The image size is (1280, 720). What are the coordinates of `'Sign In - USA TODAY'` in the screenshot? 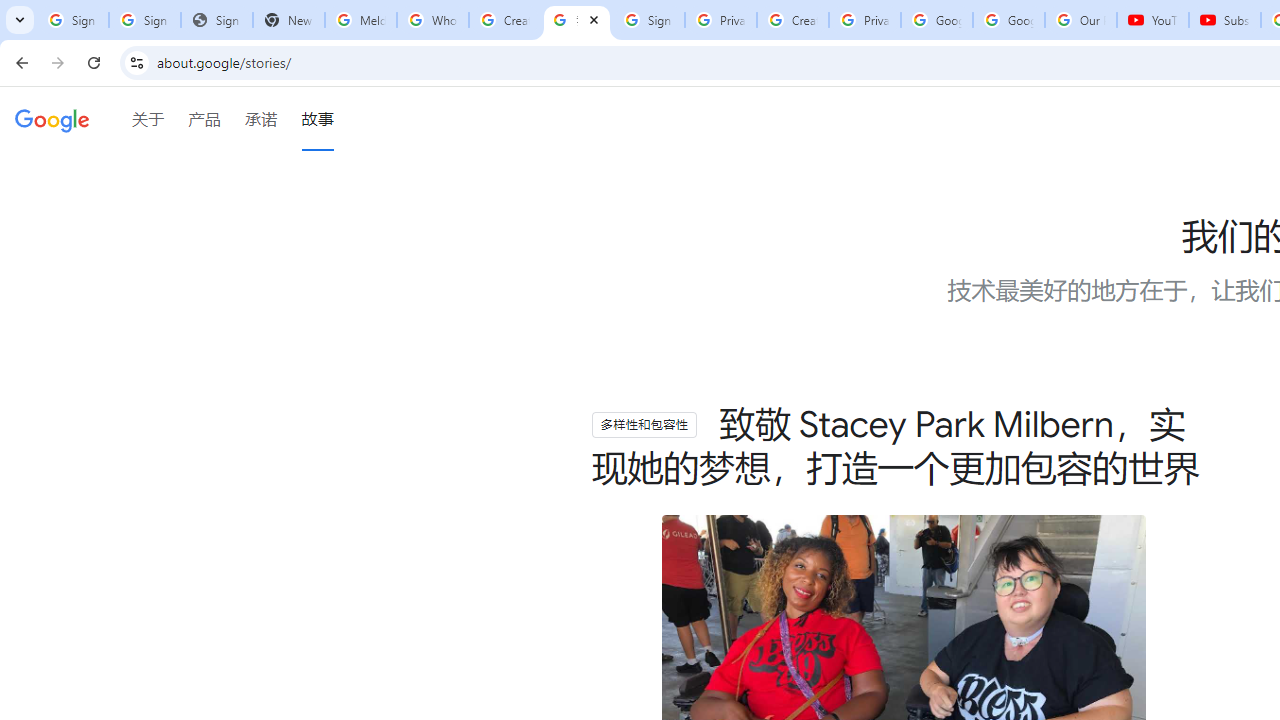 It's located at (216, 20).